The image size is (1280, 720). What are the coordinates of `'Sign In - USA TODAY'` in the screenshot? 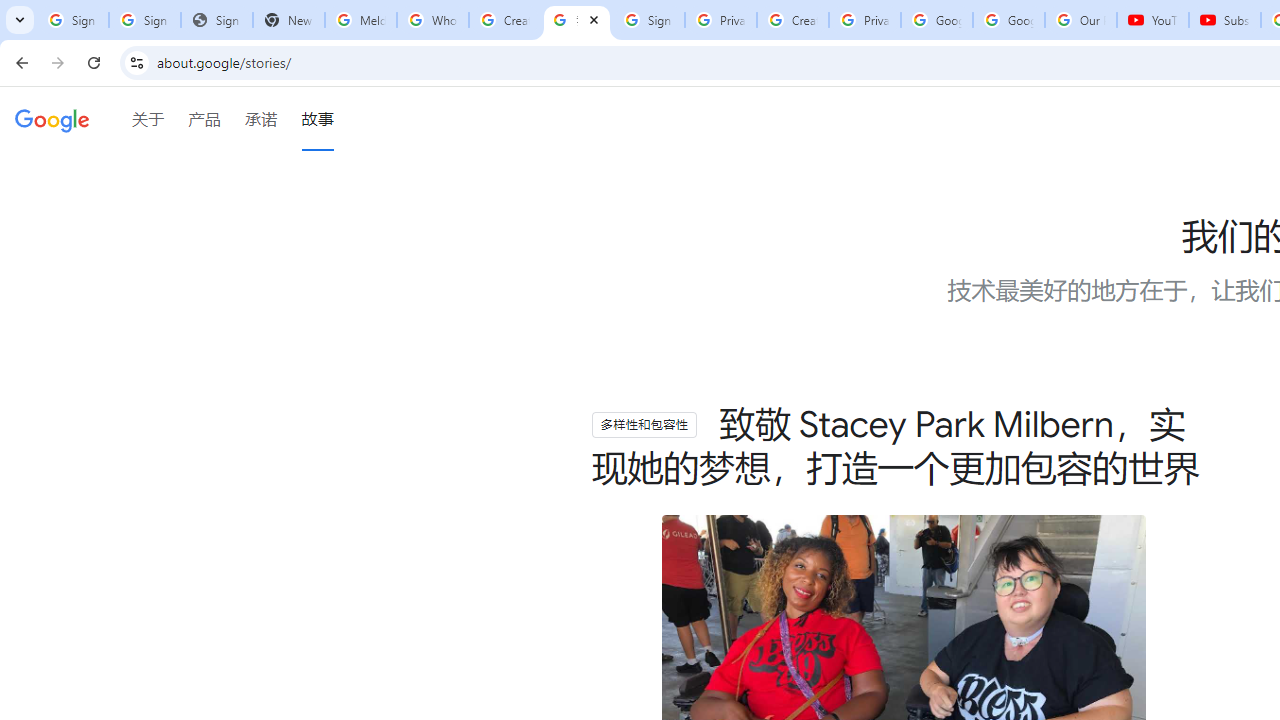 It's located at (216, 20).